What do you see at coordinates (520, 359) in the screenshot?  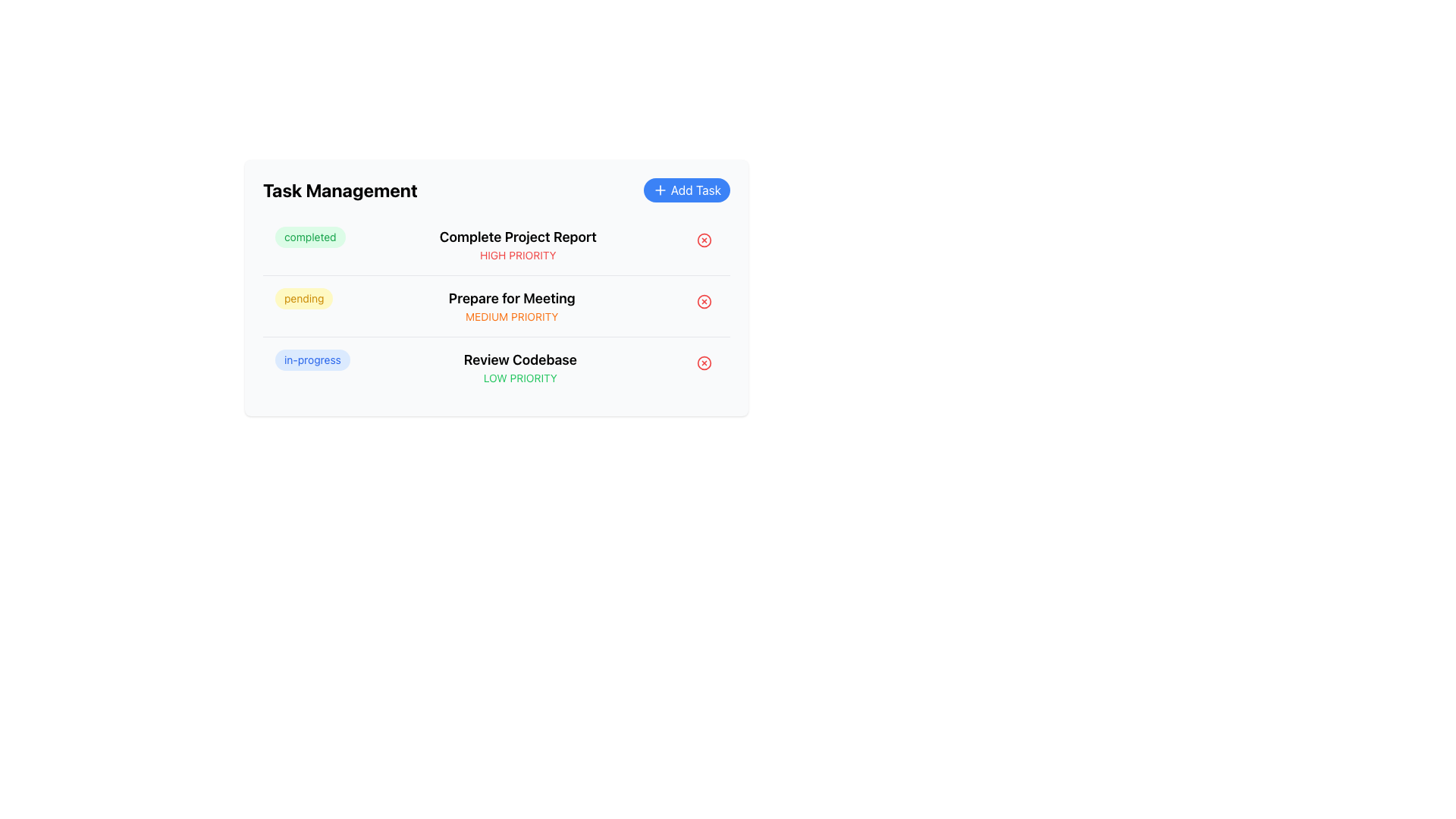 I see `the text label reading 'Review Codebase' which is bold and larger in font size` at bounding box center [520, 359].